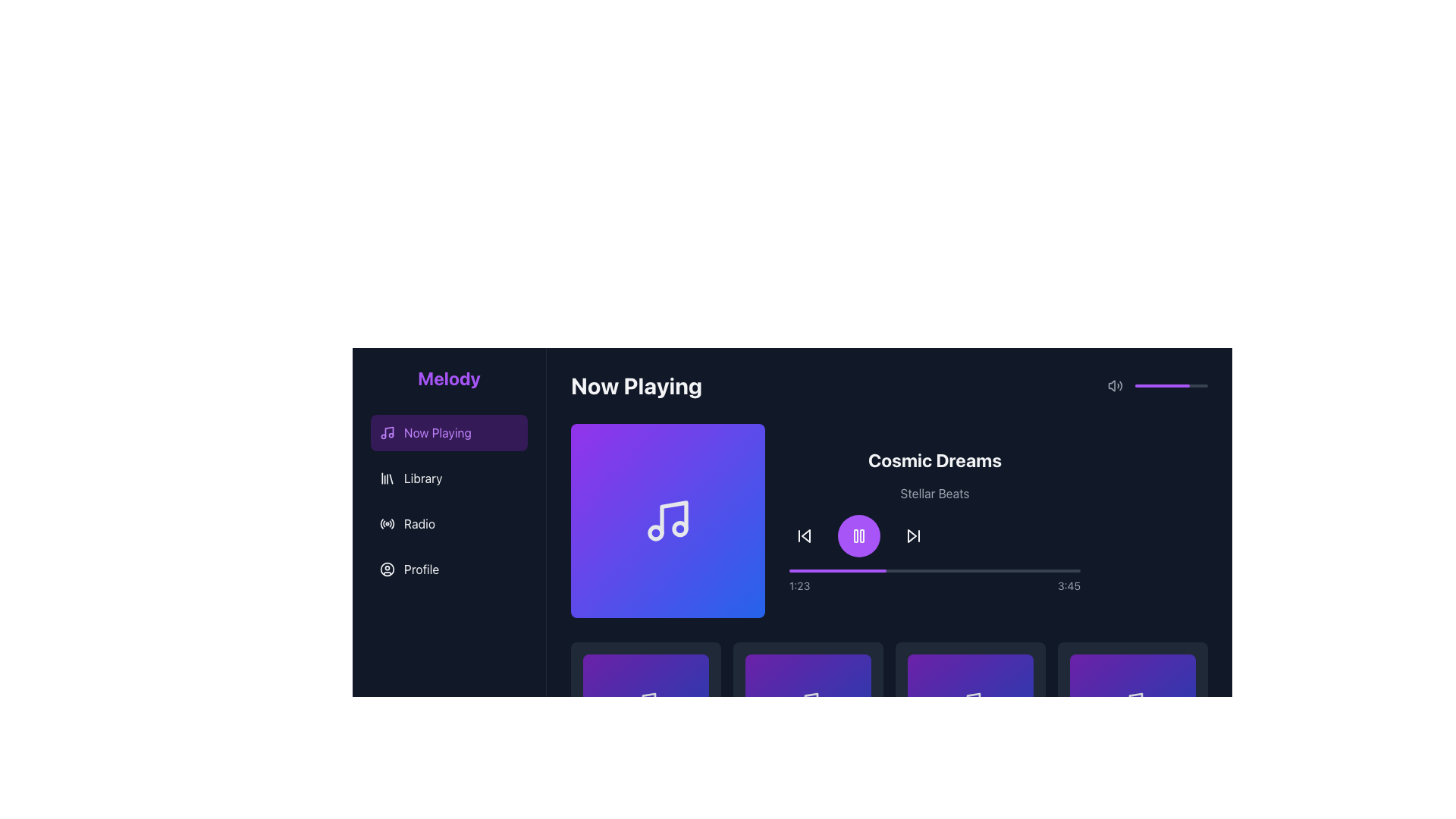 This screenshot has height=819, width=1456. I want to click on the small button icon with a leftward-pointing arrow to skip back in the media controls, so click(803, 535).